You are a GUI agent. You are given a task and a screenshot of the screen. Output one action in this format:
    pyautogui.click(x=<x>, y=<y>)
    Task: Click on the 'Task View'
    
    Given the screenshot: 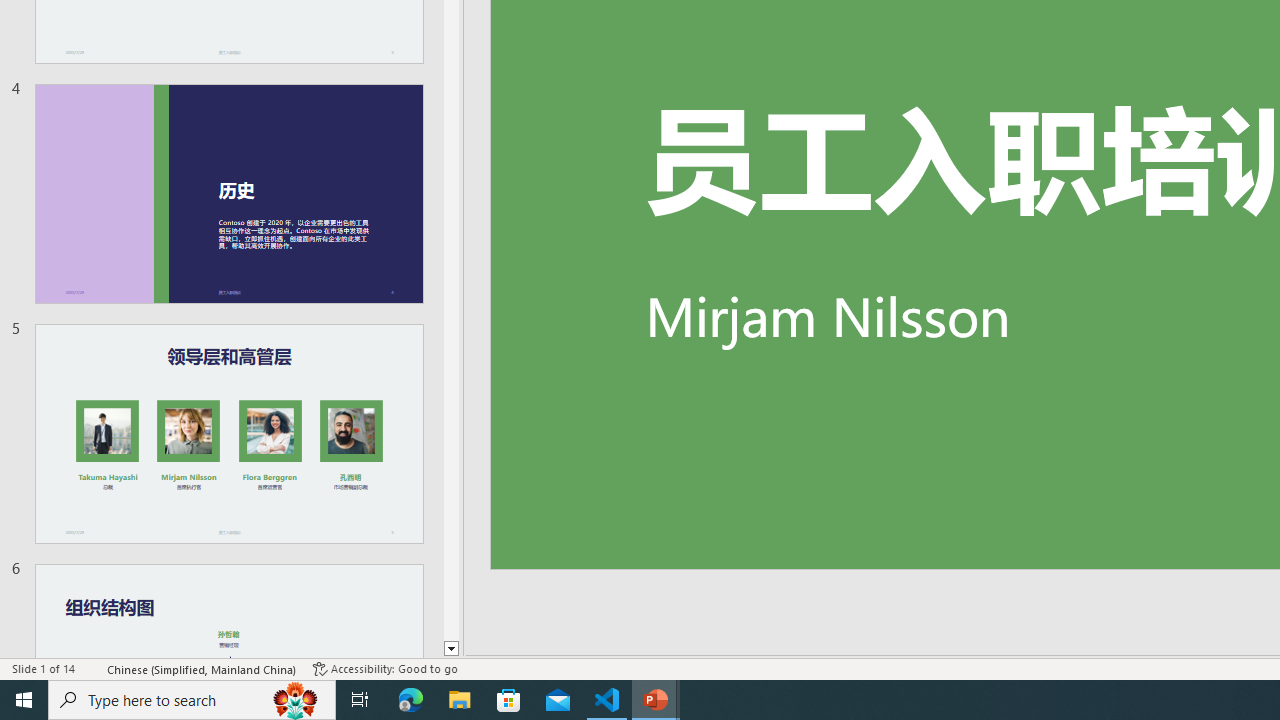 What is the action you would take?
    pyautogui.click(x=359, y=698)
    